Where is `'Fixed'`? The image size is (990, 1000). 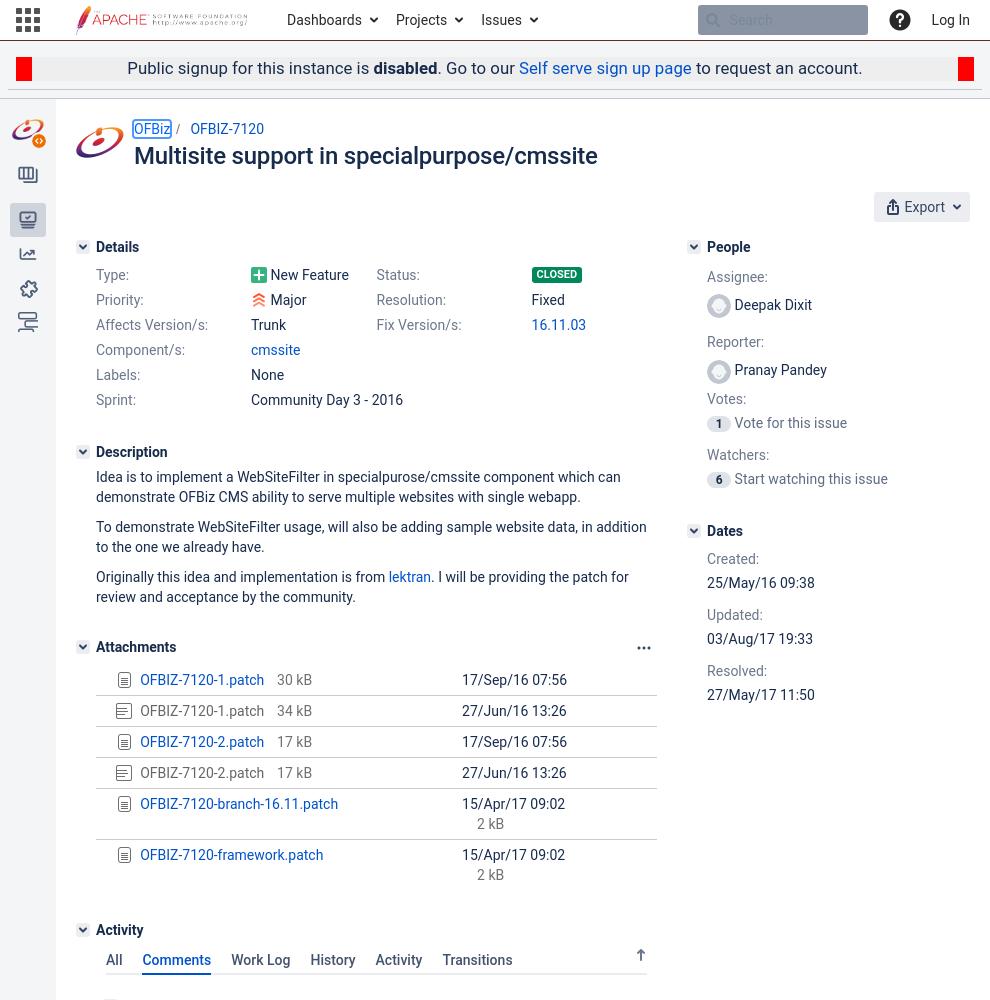
'Fixed' is located at coordinates (530, 299).